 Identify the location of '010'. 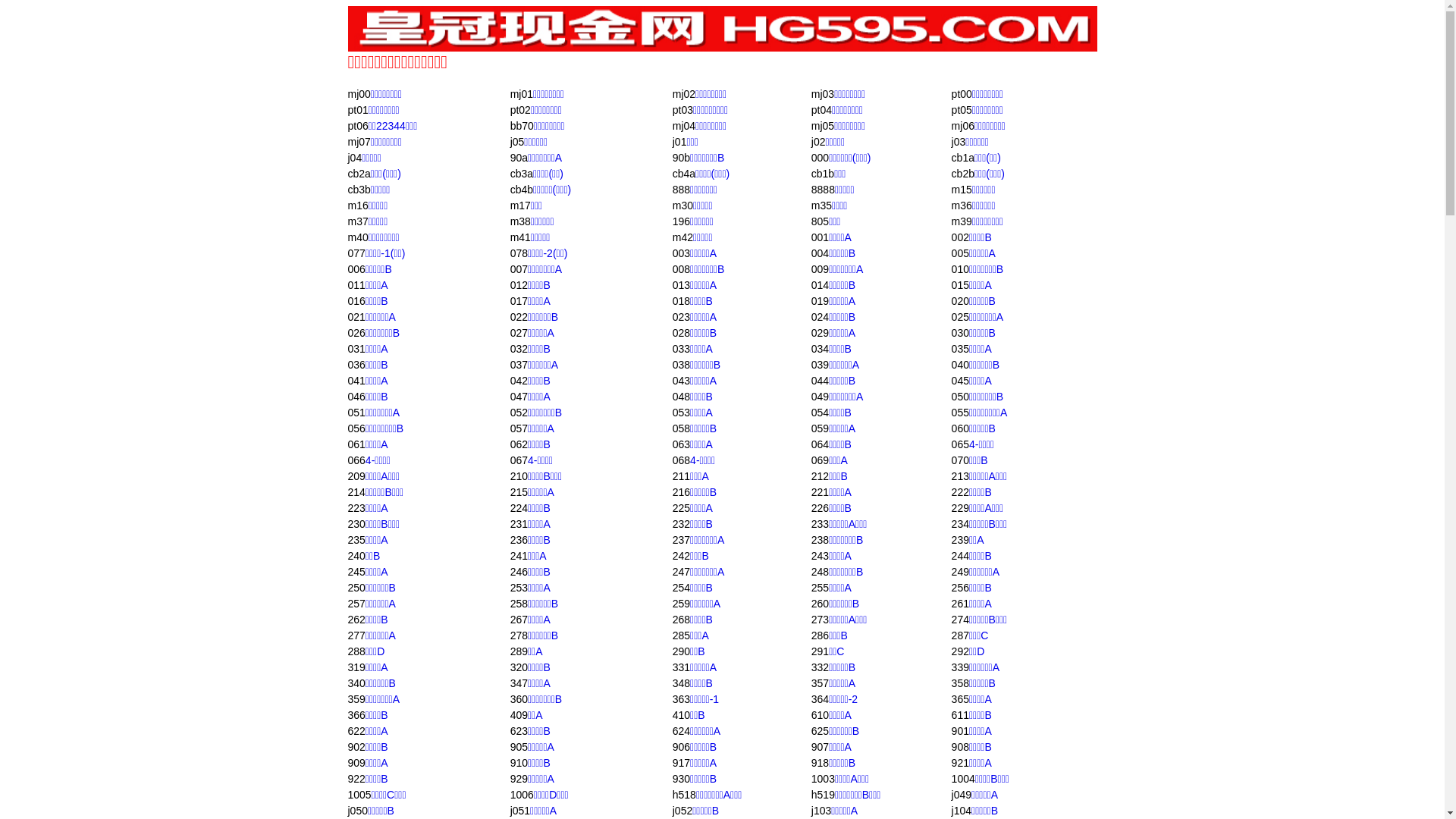
(959, 268).